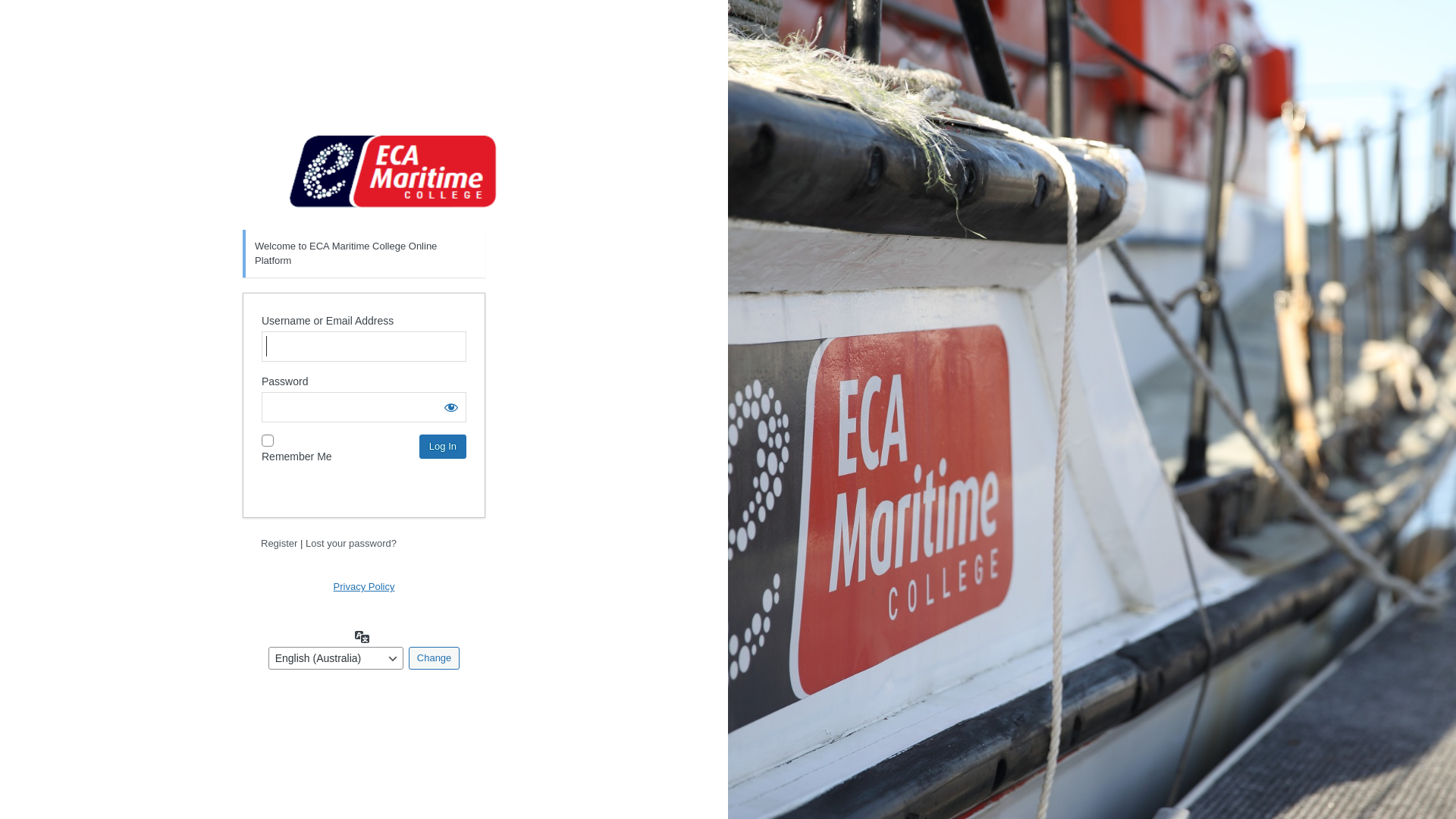 Image resolution: width=1456 pixels, height=819 pixels. I want to click on 'Privacy Policy', so click(364, 585).